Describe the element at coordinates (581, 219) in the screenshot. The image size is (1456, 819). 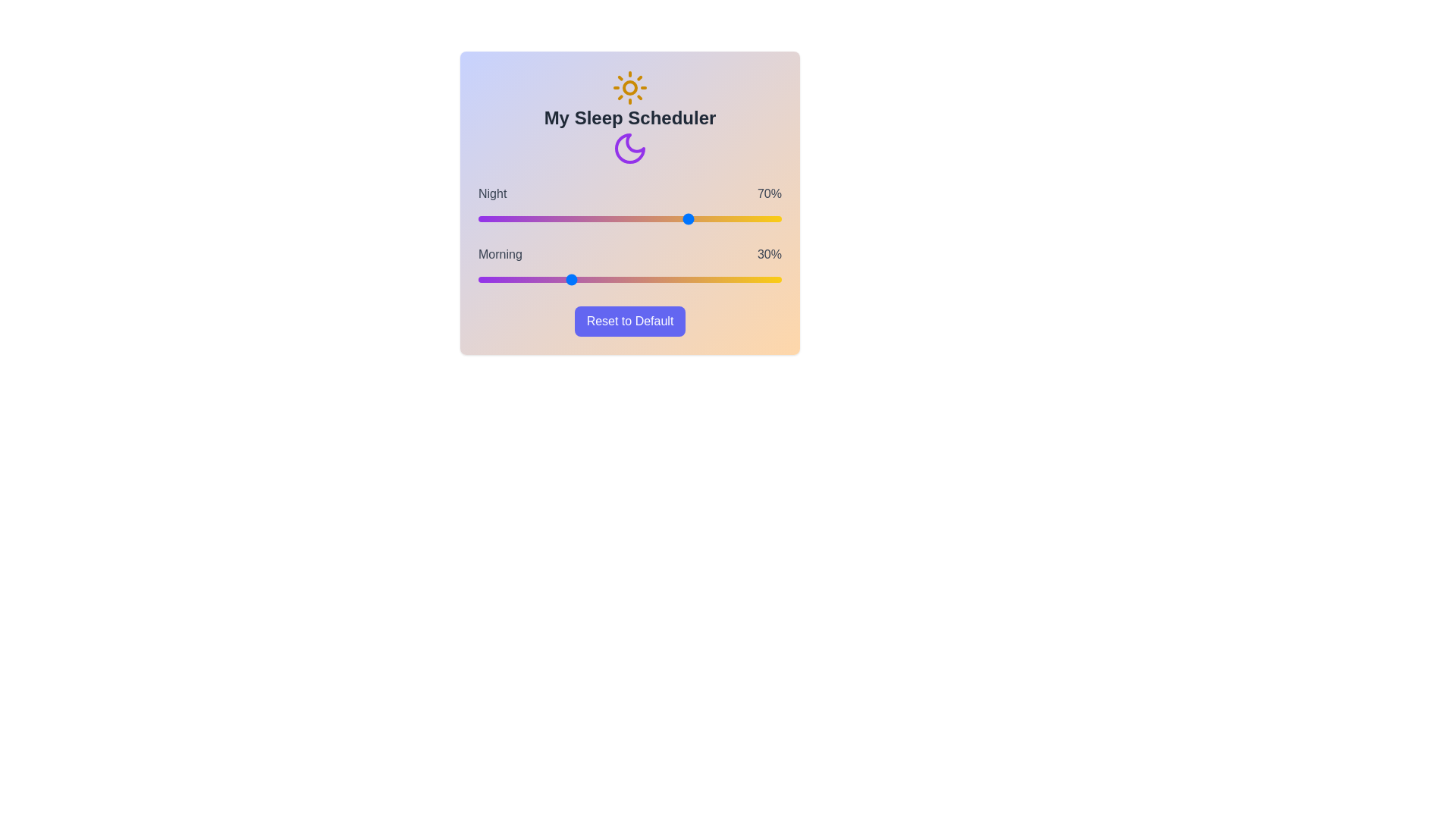
I see `the 'Night' slider to 34%` at that location.